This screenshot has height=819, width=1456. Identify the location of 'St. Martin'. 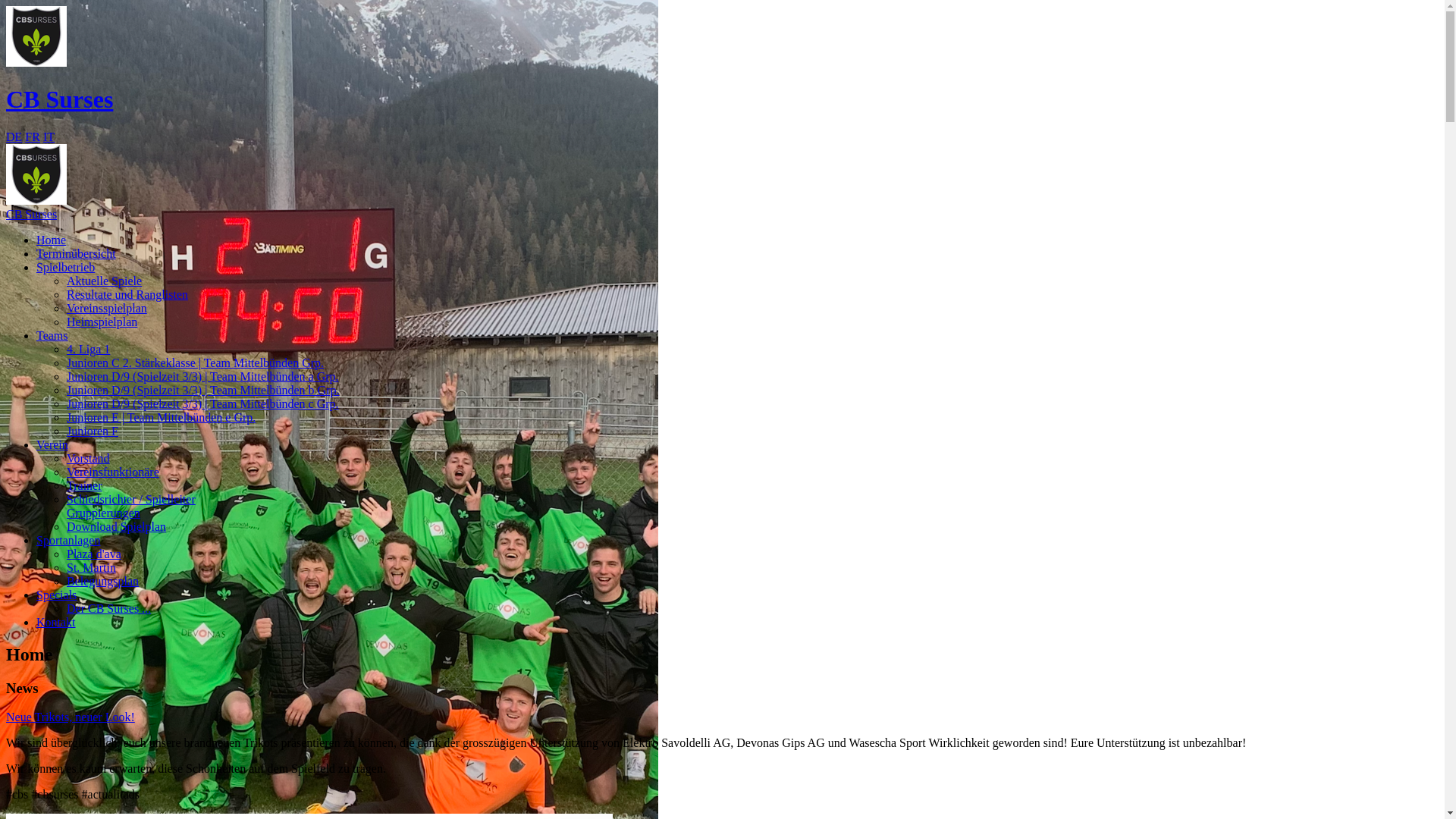
(90, 567).